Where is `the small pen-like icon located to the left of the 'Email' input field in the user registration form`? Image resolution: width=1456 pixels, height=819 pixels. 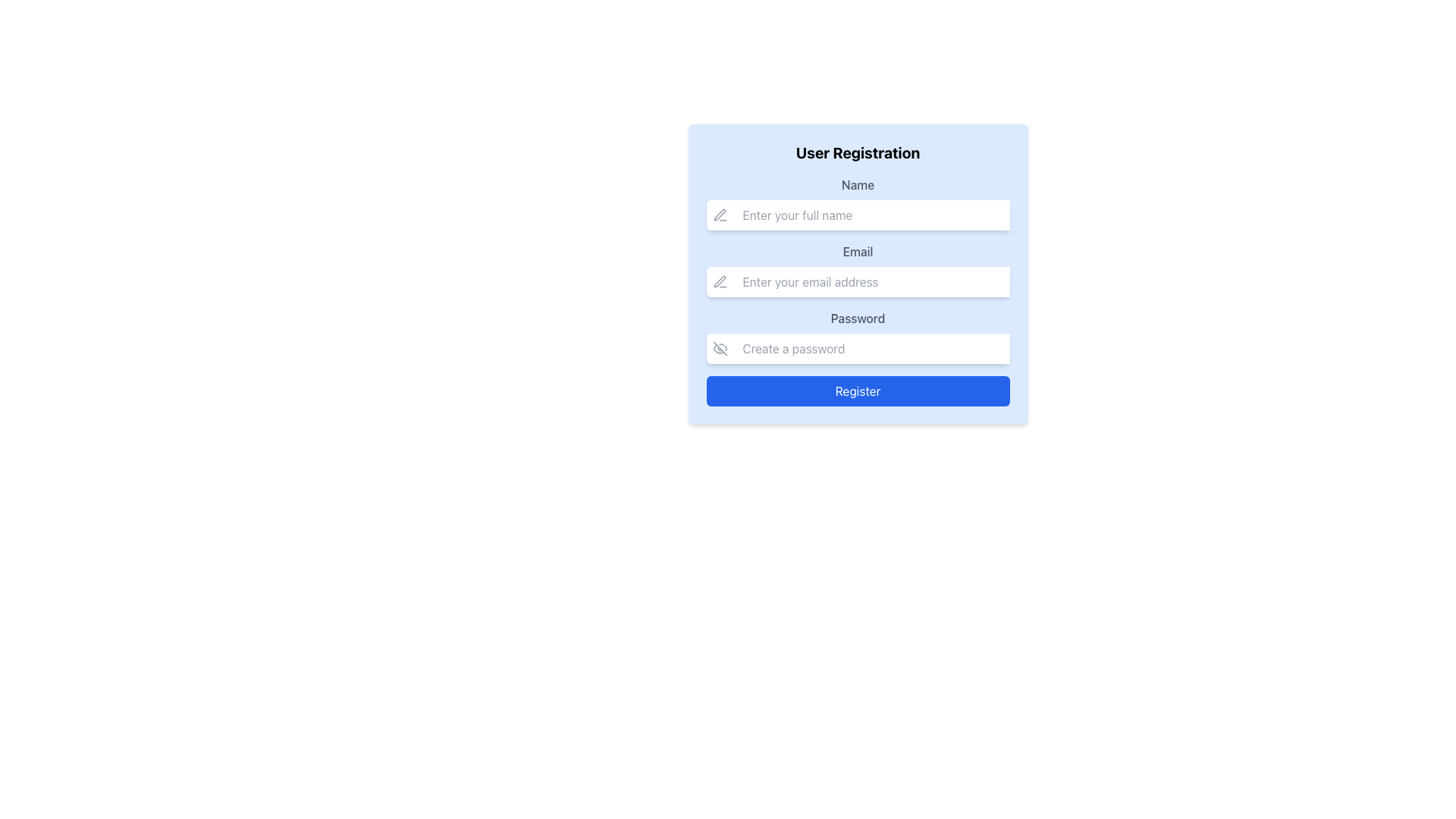
the small pen-like icon located to the left of the 'Email' input field in the user registration form is located at coordinates (719, 281).